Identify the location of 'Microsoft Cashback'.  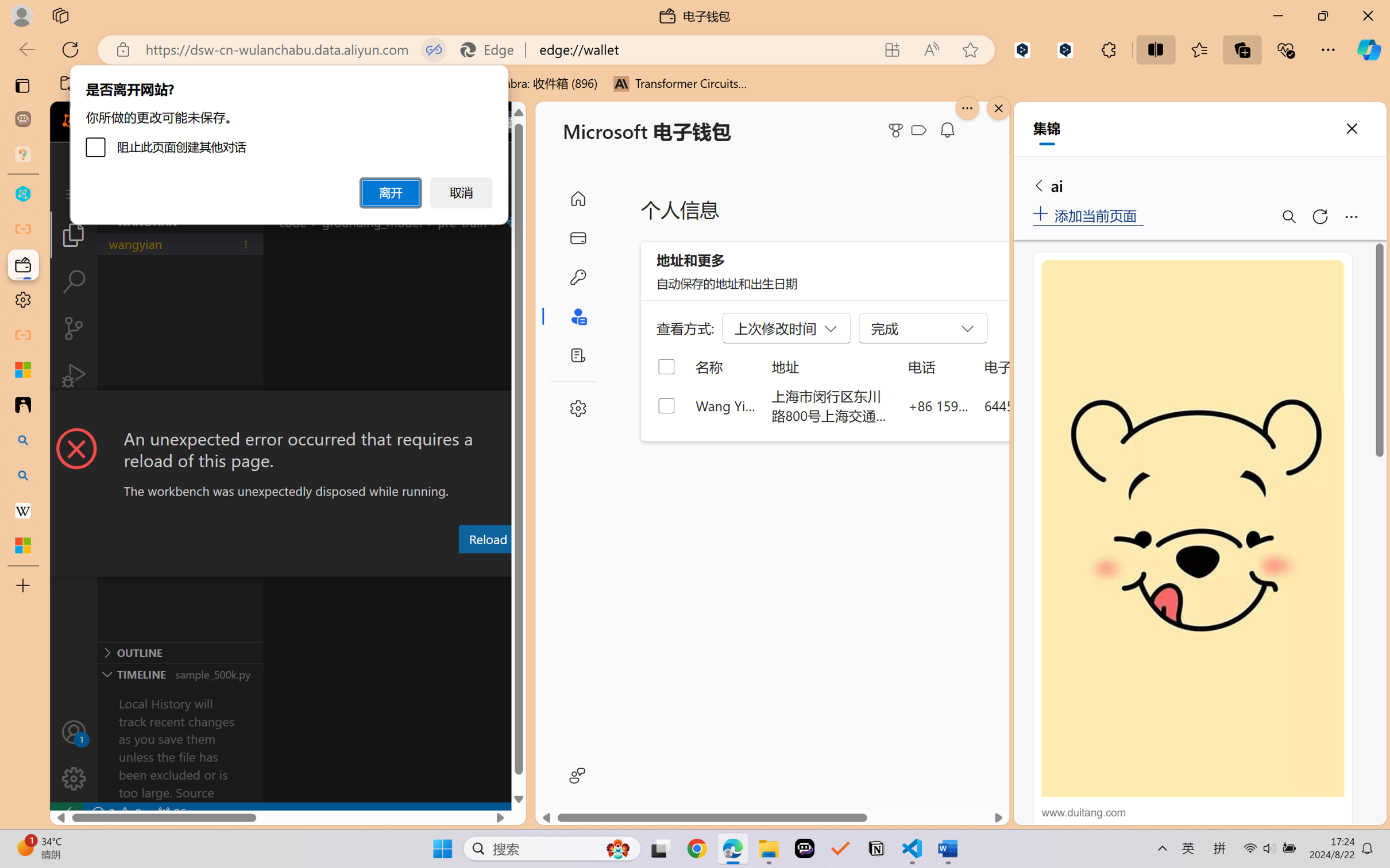
(921, 130).